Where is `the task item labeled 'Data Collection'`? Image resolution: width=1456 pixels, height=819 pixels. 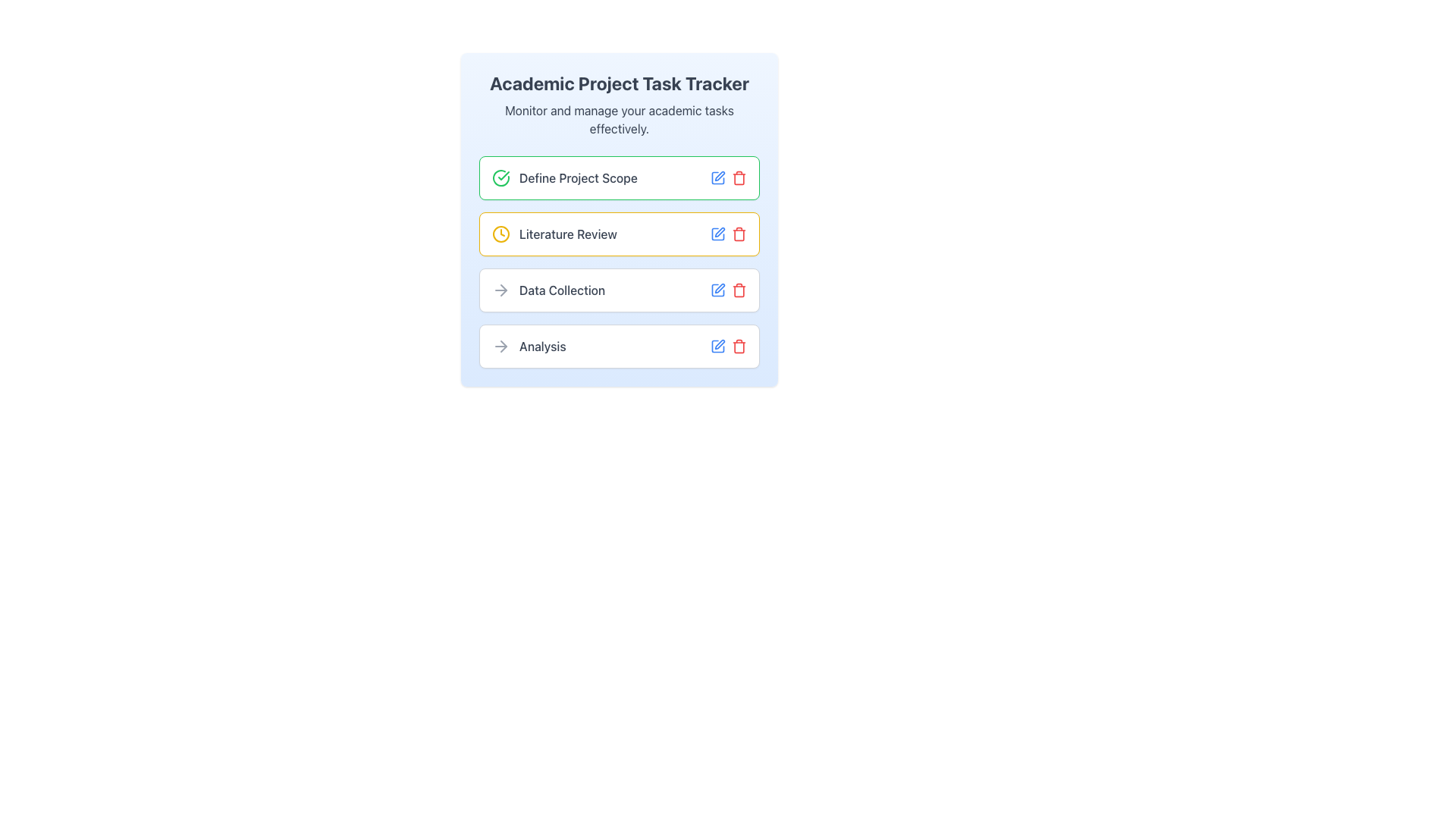 the task item labeled 'Data Collection' is located at coordinates (619, 290).